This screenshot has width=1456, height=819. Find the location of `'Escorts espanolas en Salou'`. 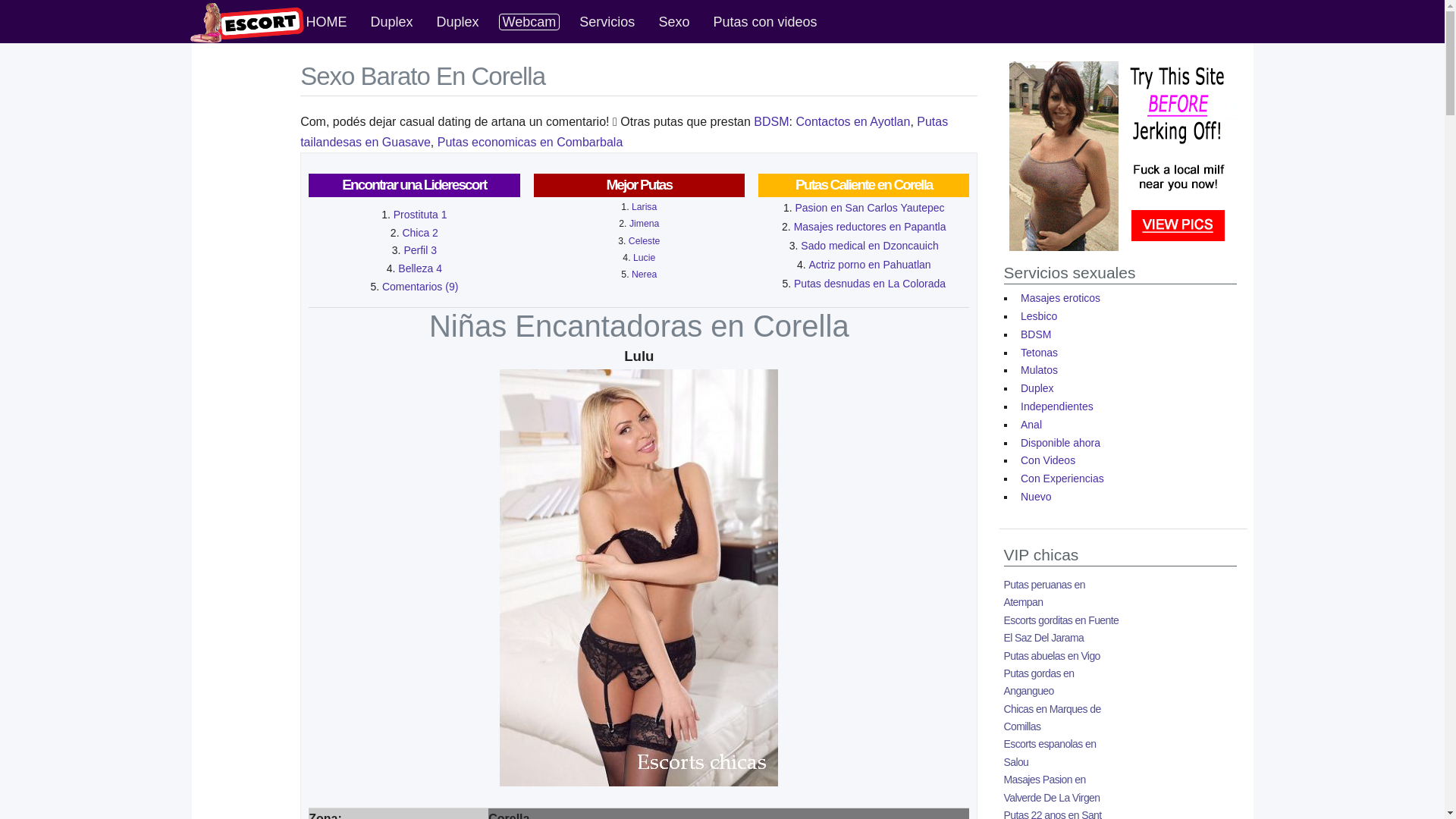

'Escorts espanolas en Salou' is located at coordinates (1050, 752).